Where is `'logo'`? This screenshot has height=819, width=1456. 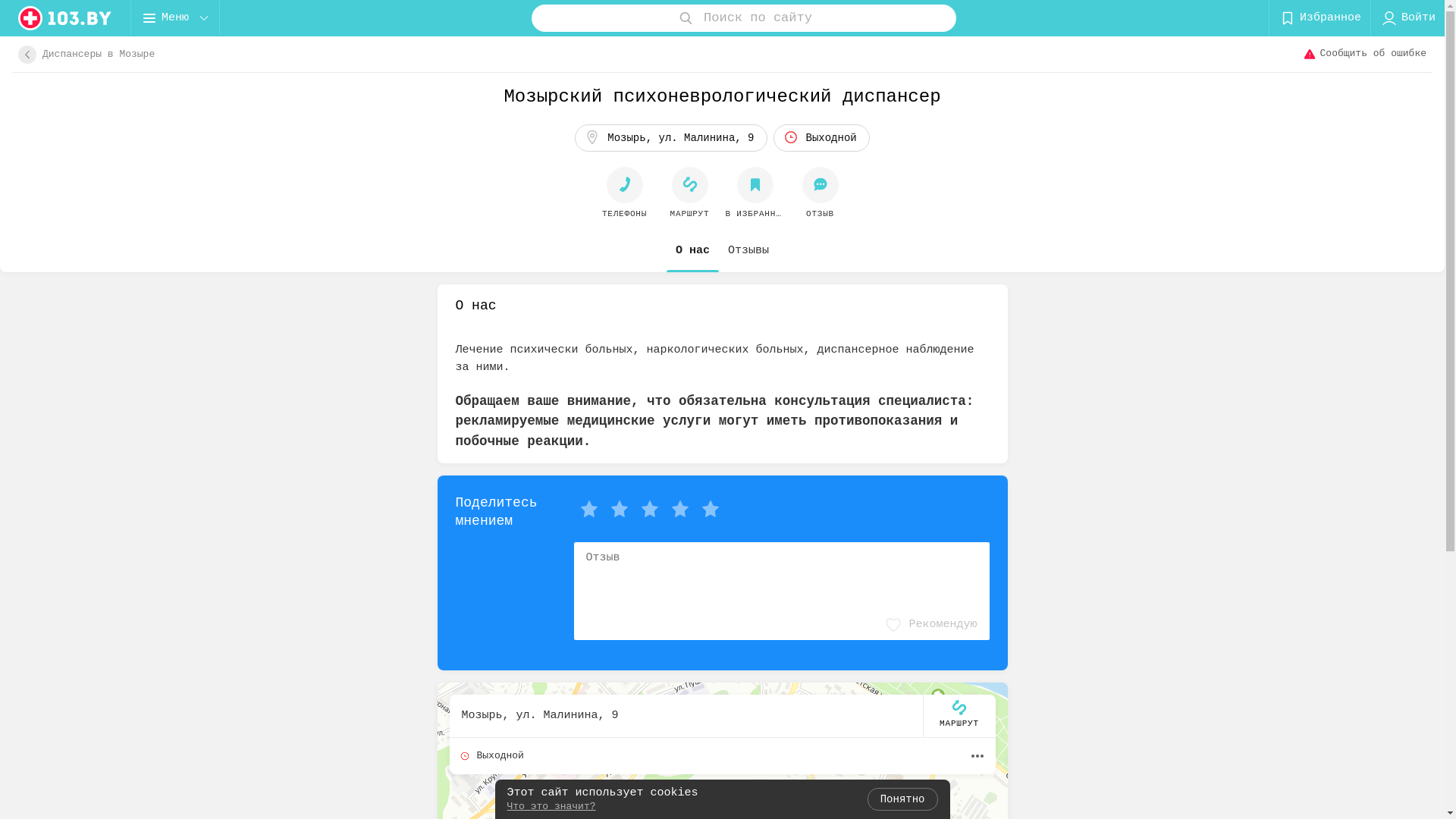 'logo' is located at coordinates (18, 17).